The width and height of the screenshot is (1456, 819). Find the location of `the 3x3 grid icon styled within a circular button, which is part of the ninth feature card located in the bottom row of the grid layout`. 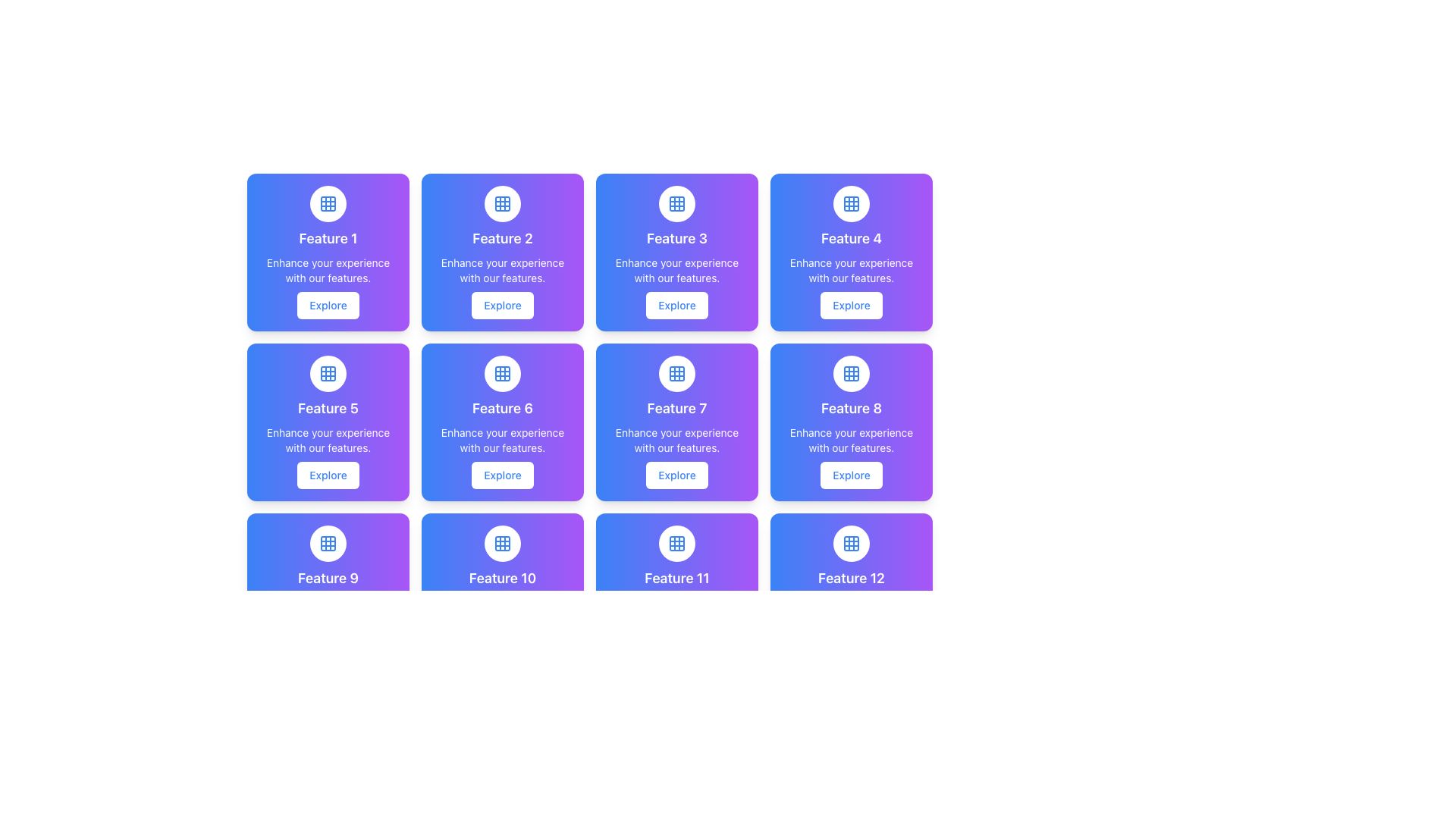

the 3x3 grid icon styled within a circular button, which is part of the ninth feature card located in the bottom row of the grid layout is located at coordinates (327, 543).